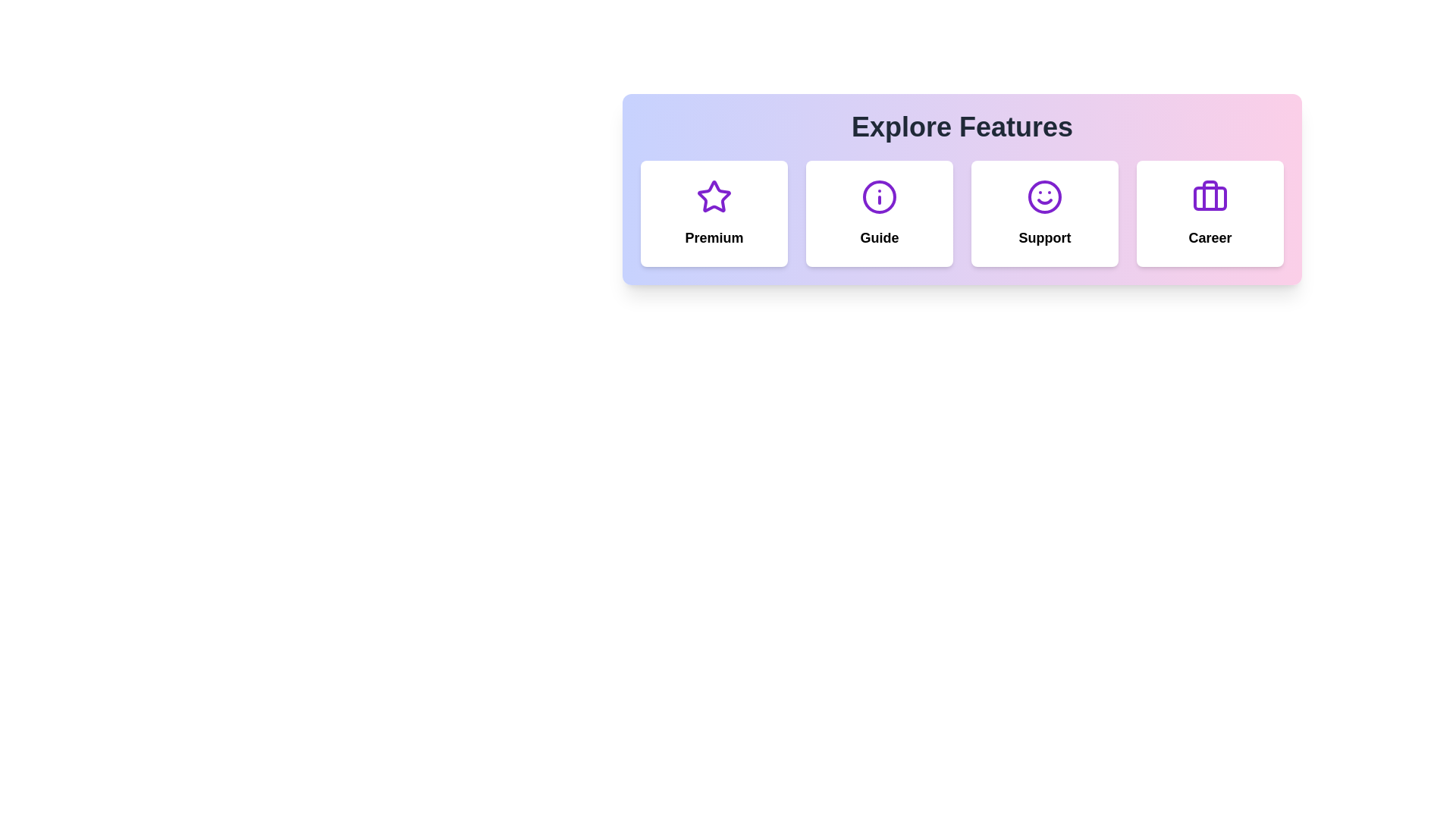 The height and width of the screenshot is (819, 1456). What do you see at coordinates (1043, 237) in the screenshot?
I see `the text label 'Support' that is centrally positioned within its card interface` at bounding box center [1043, 237].